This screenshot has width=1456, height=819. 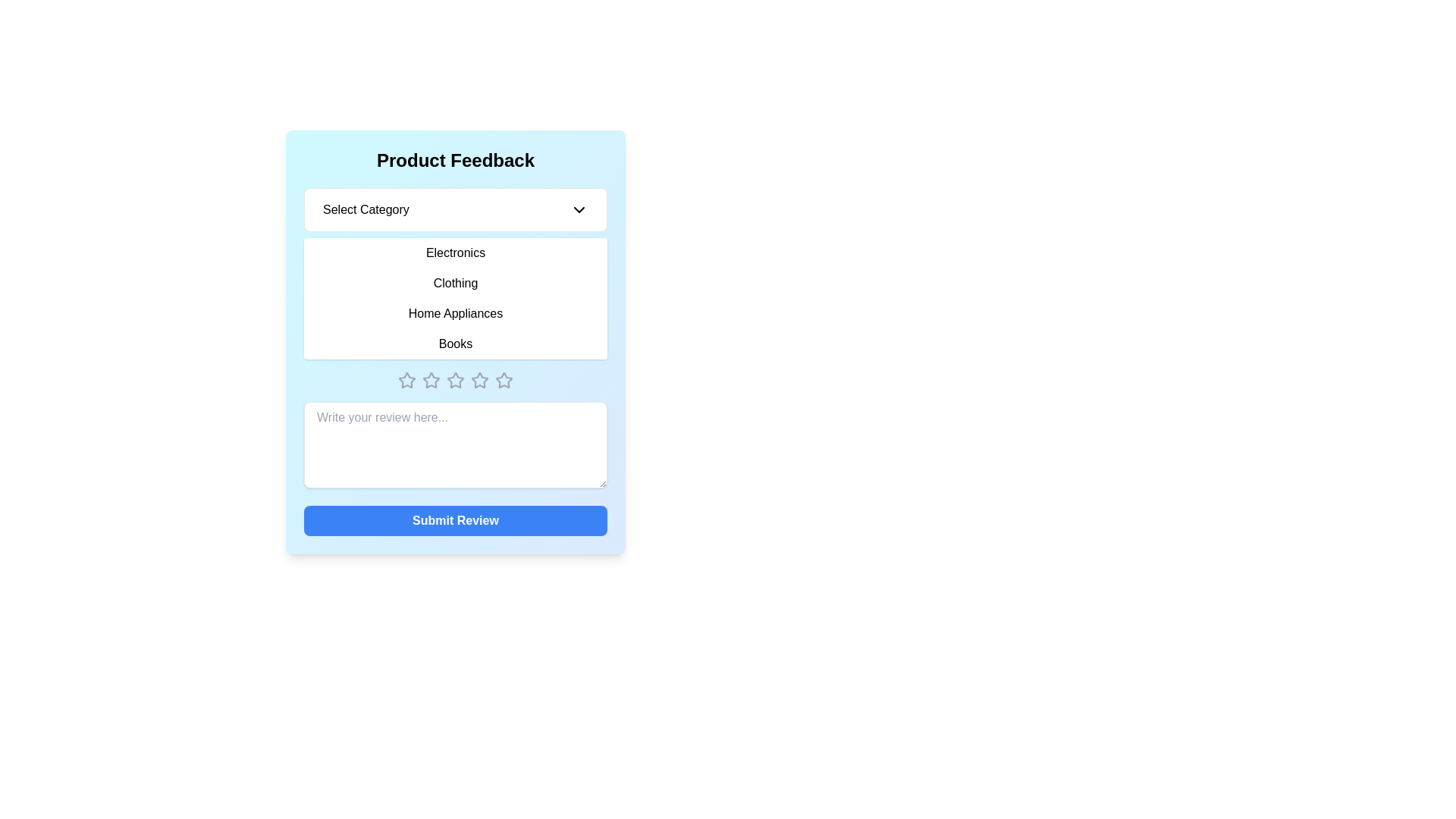 What do you see at coordinates (454, 253) in the screenshot?
I see `the non-interactive text label within the dropdown menu that indicates the first selectable category option, located directly below the 'Select Category' dropdown selector` at bounding box center [454, 253].